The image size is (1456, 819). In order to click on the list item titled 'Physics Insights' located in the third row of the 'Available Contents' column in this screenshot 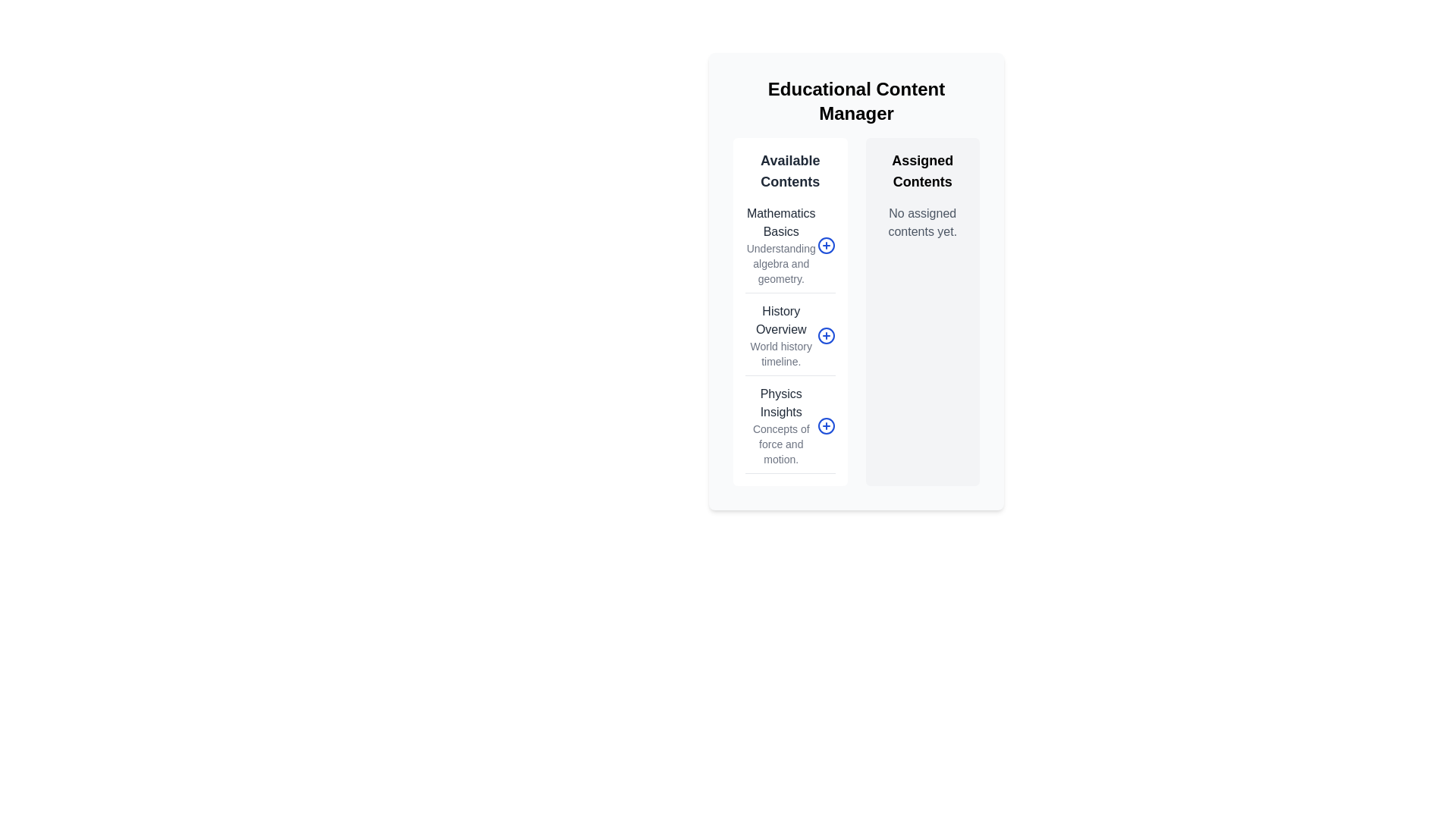, I will do `click(789, 429)`.